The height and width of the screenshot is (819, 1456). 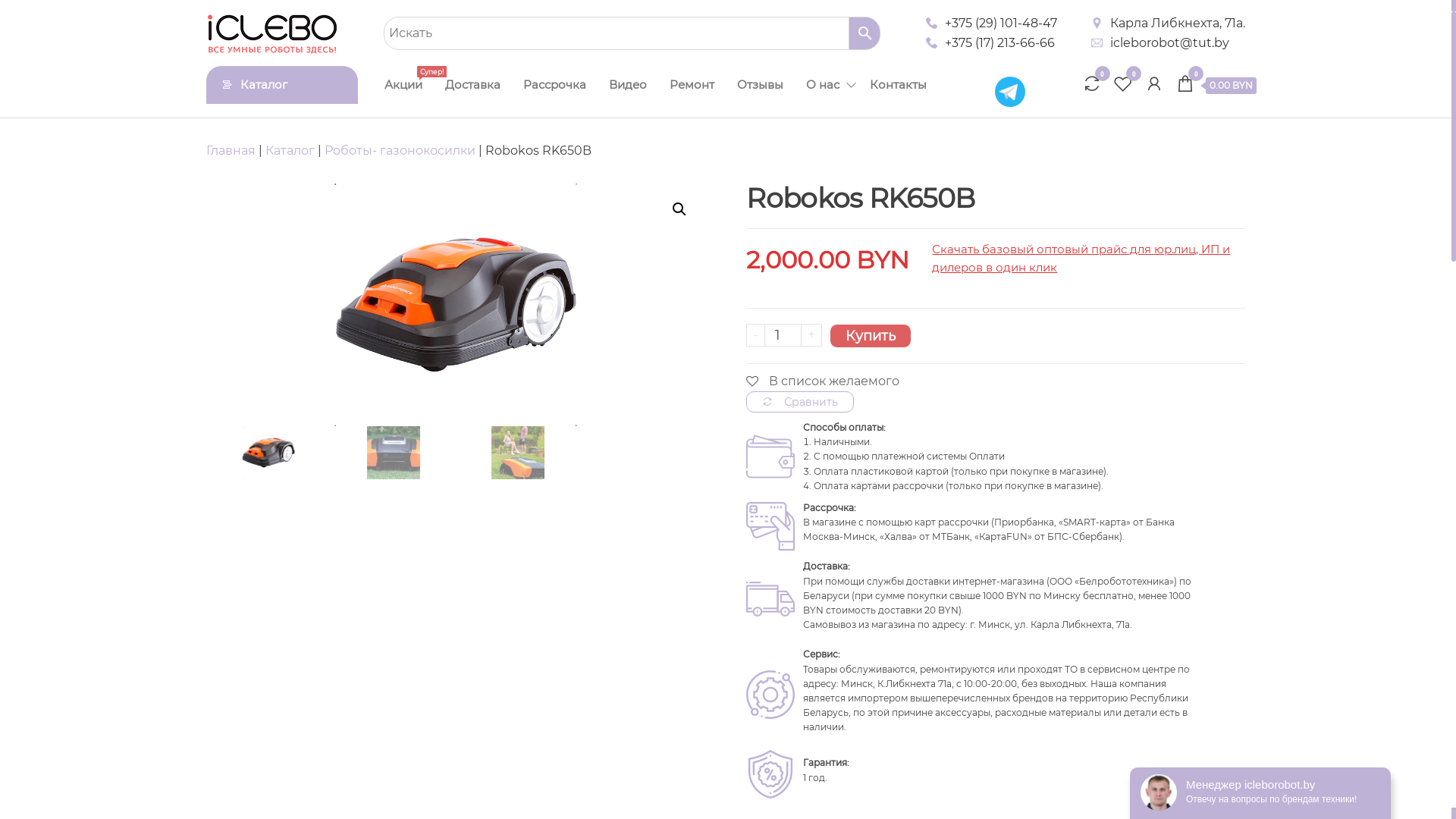 What do you see at coordinates (1169, 42) in the screenshot?
I see `'icleborobot@tut.by'` at bounding box center [1169, 42].